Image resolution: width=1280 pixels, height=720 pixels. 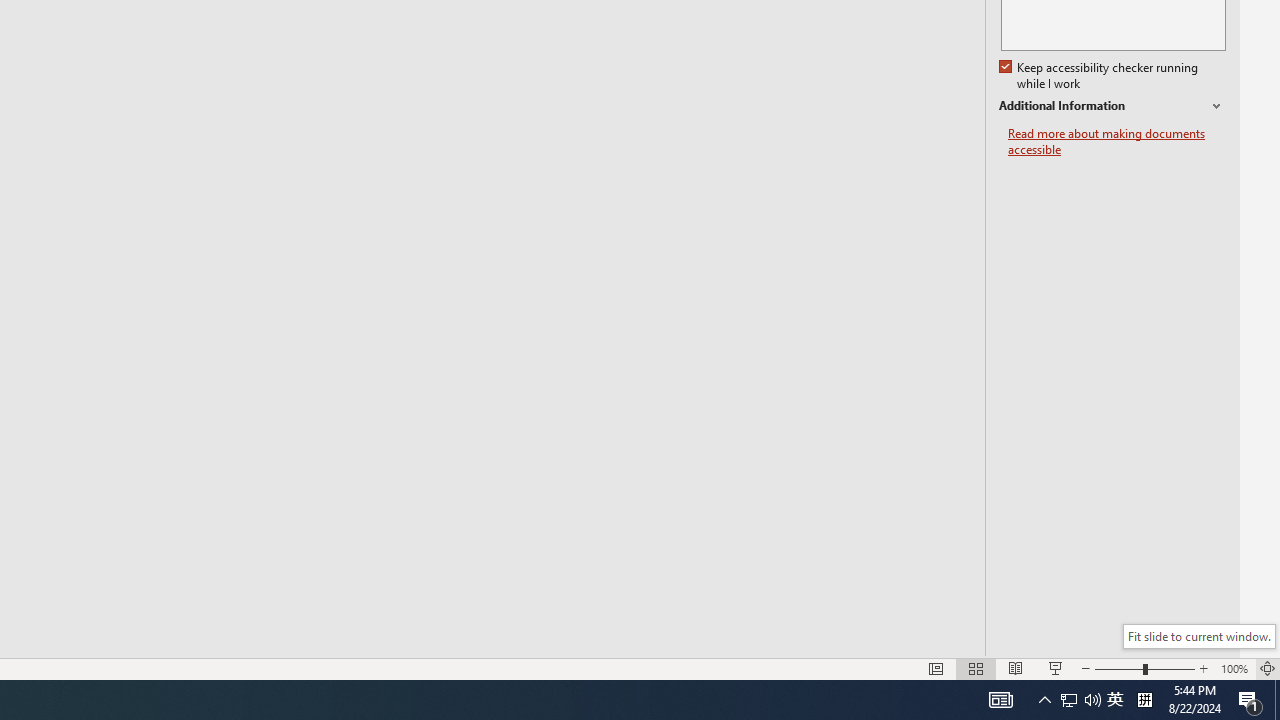 What do you see at coordinates (1099, 75) in the screenshot?
I see `'Keep accessibility checker running while I work'` at bounding box center [1099, 75].